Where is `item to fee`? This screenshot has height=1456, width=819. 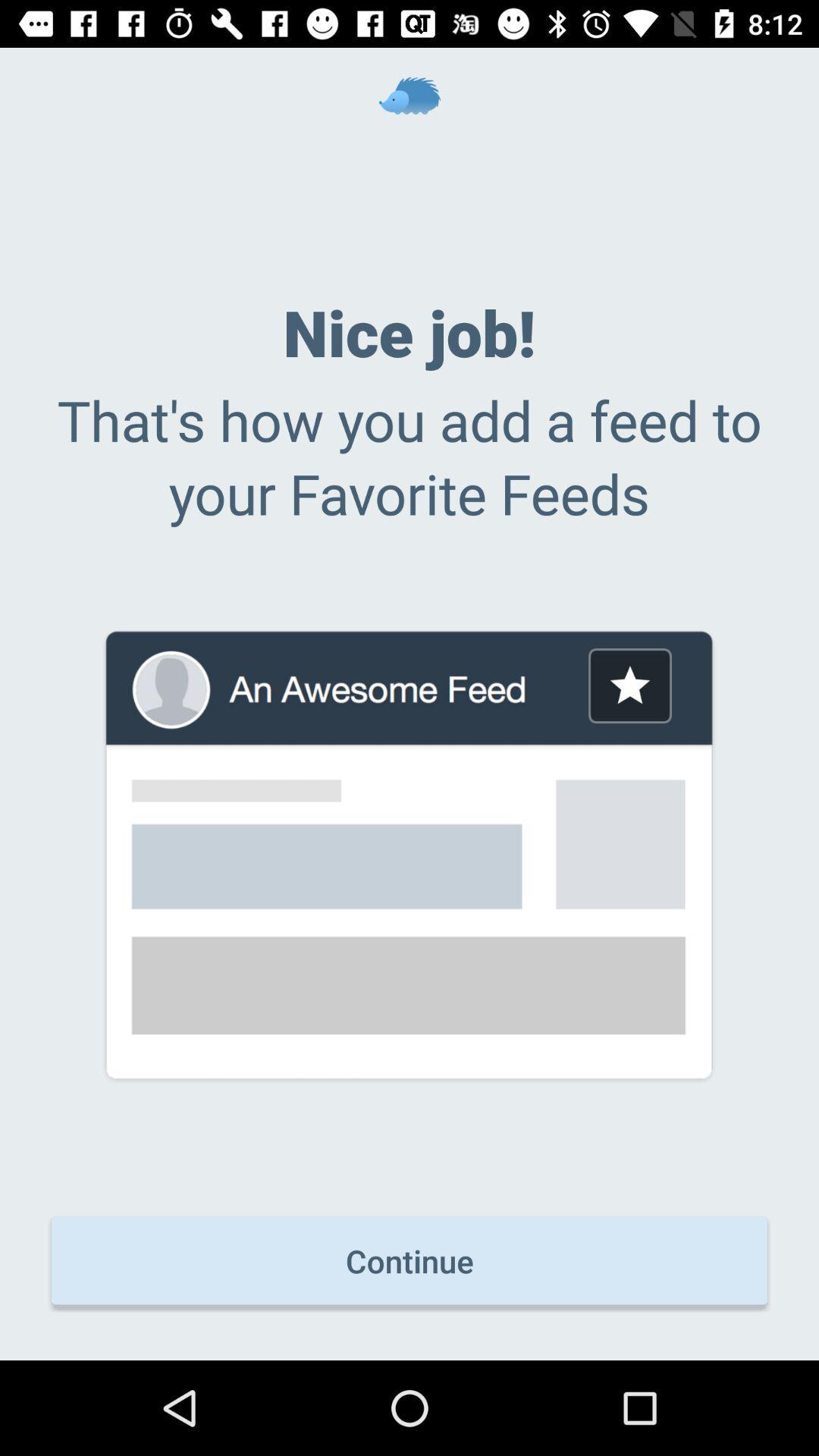
item to fee is located at coordinates (629, 685).